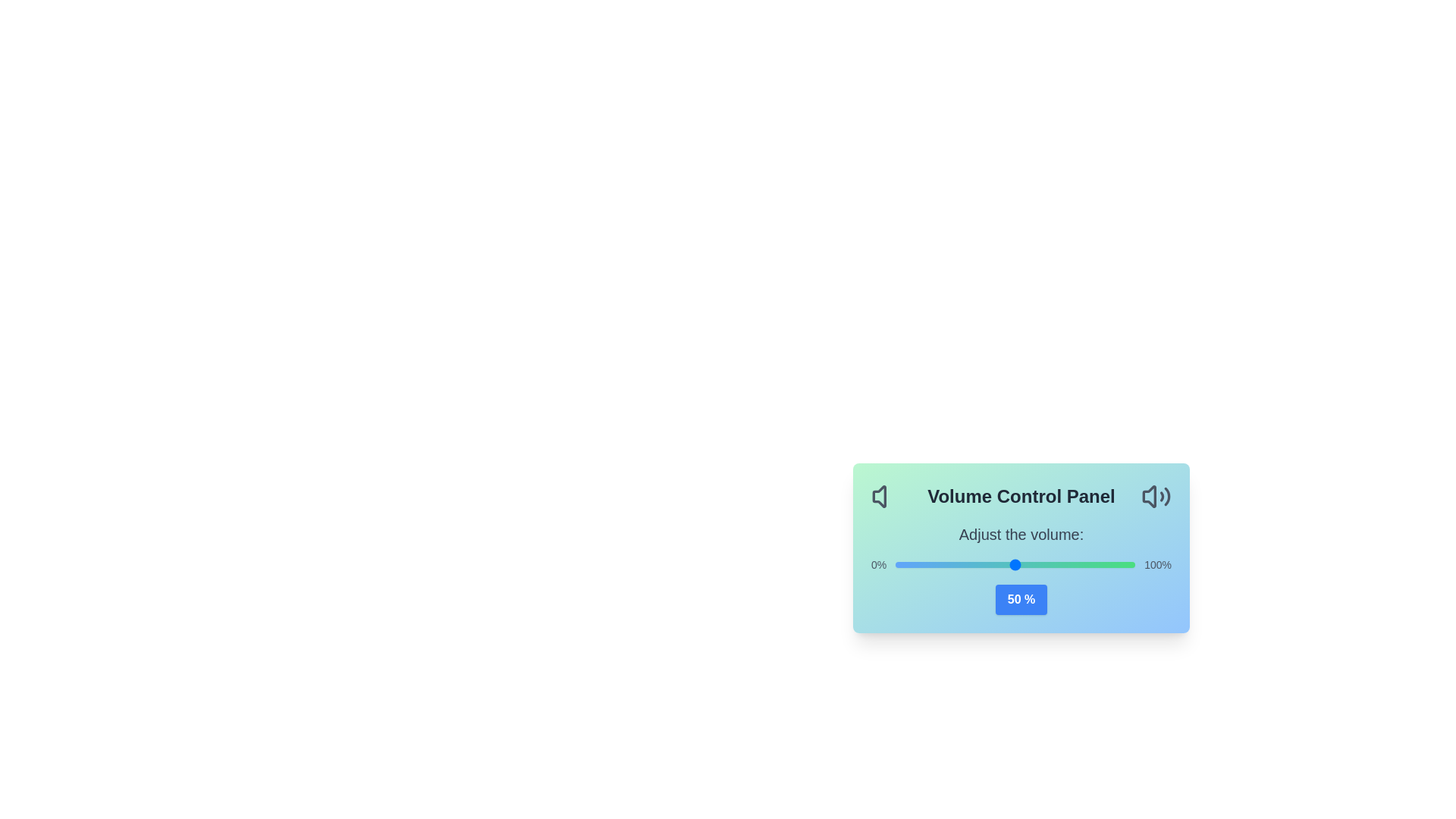  Describe the element at coordinates (1021, 534) in the screenshot. I see `the text 'Adjust the volume:' surrounding the AudioVolumeControl component` at that location.